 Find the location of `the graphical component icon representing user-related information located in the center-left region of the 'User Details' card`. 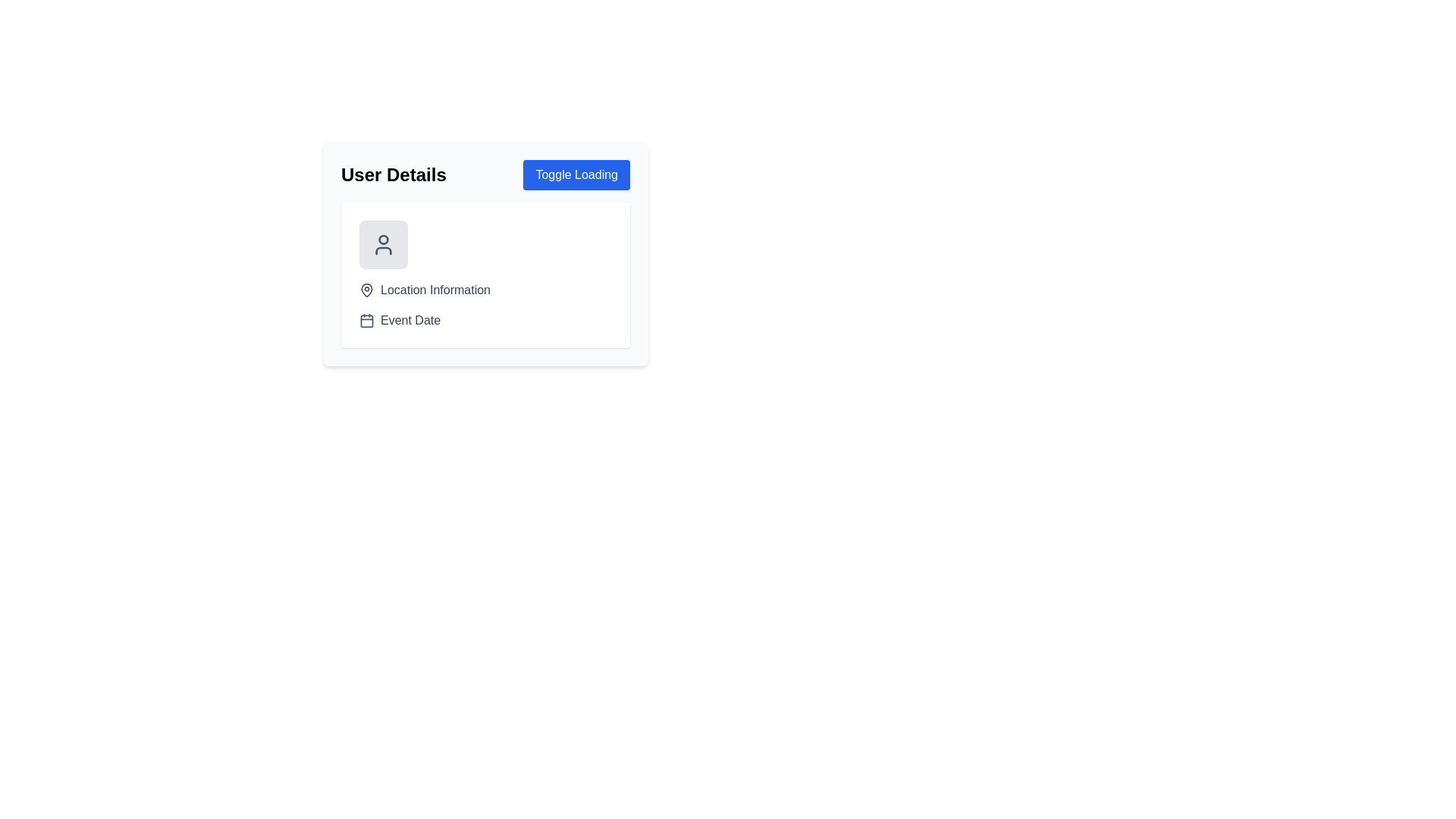

the graphical component icon representing user-related information located in the center-left region of the 'User Details' card is located at coordinates (485, 244).